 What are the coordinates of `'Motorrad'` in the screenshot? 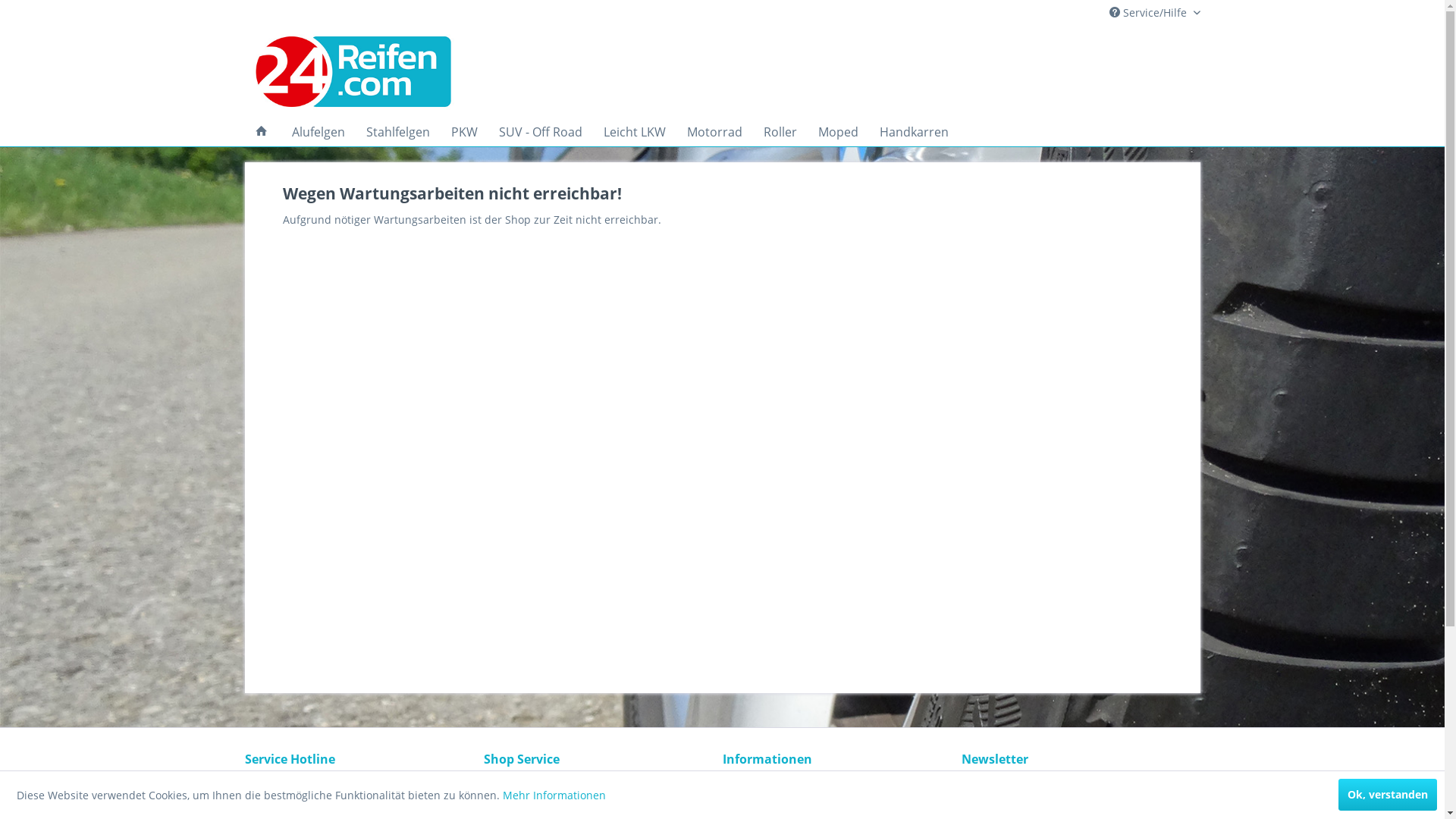 It's located at (714, 130).